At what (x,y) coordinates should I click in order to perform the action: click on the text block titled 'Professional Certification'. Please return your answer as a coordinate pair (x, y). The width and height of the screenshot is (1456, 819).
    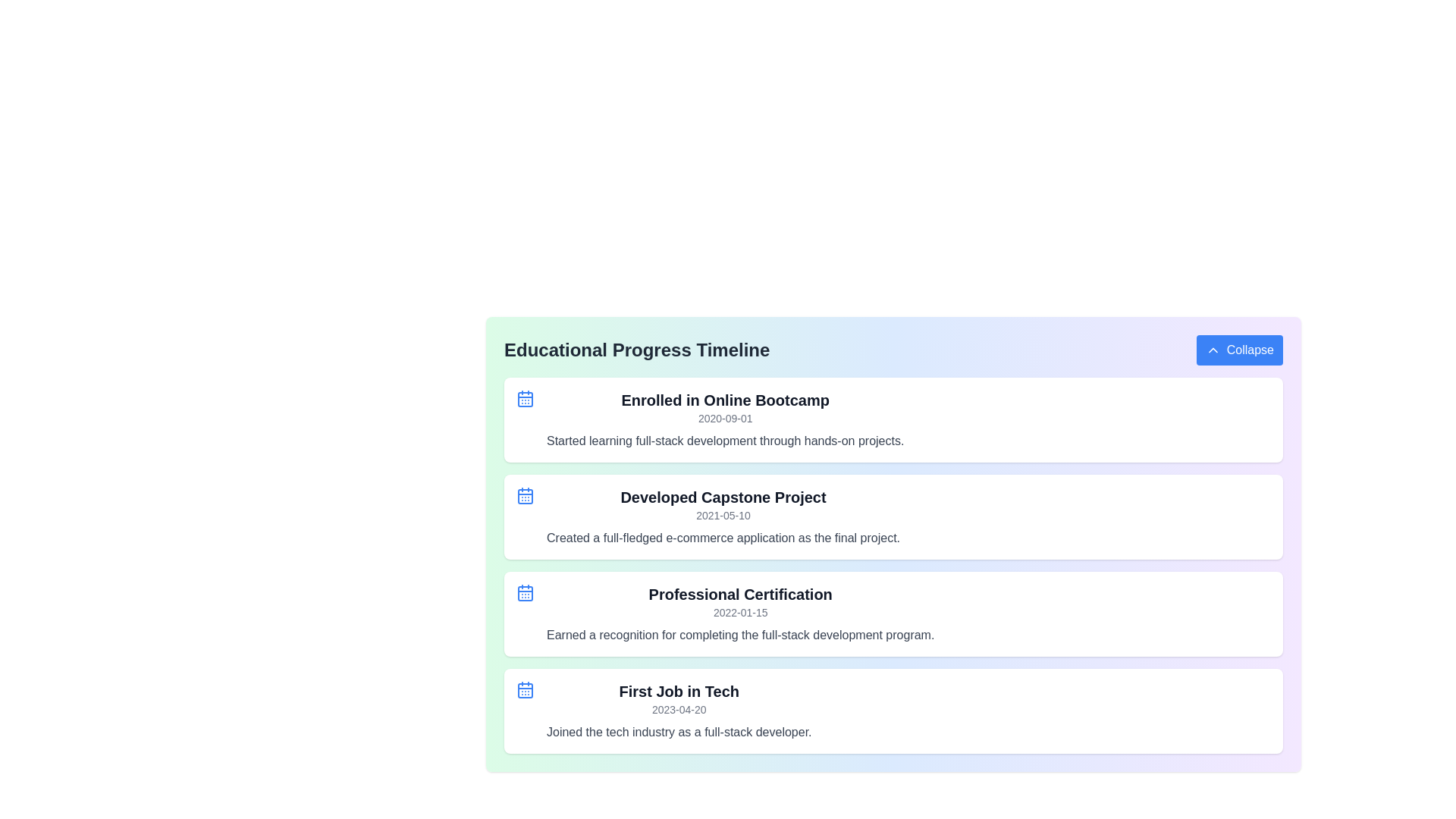
    Looking at the image, I should click on (740, 614).